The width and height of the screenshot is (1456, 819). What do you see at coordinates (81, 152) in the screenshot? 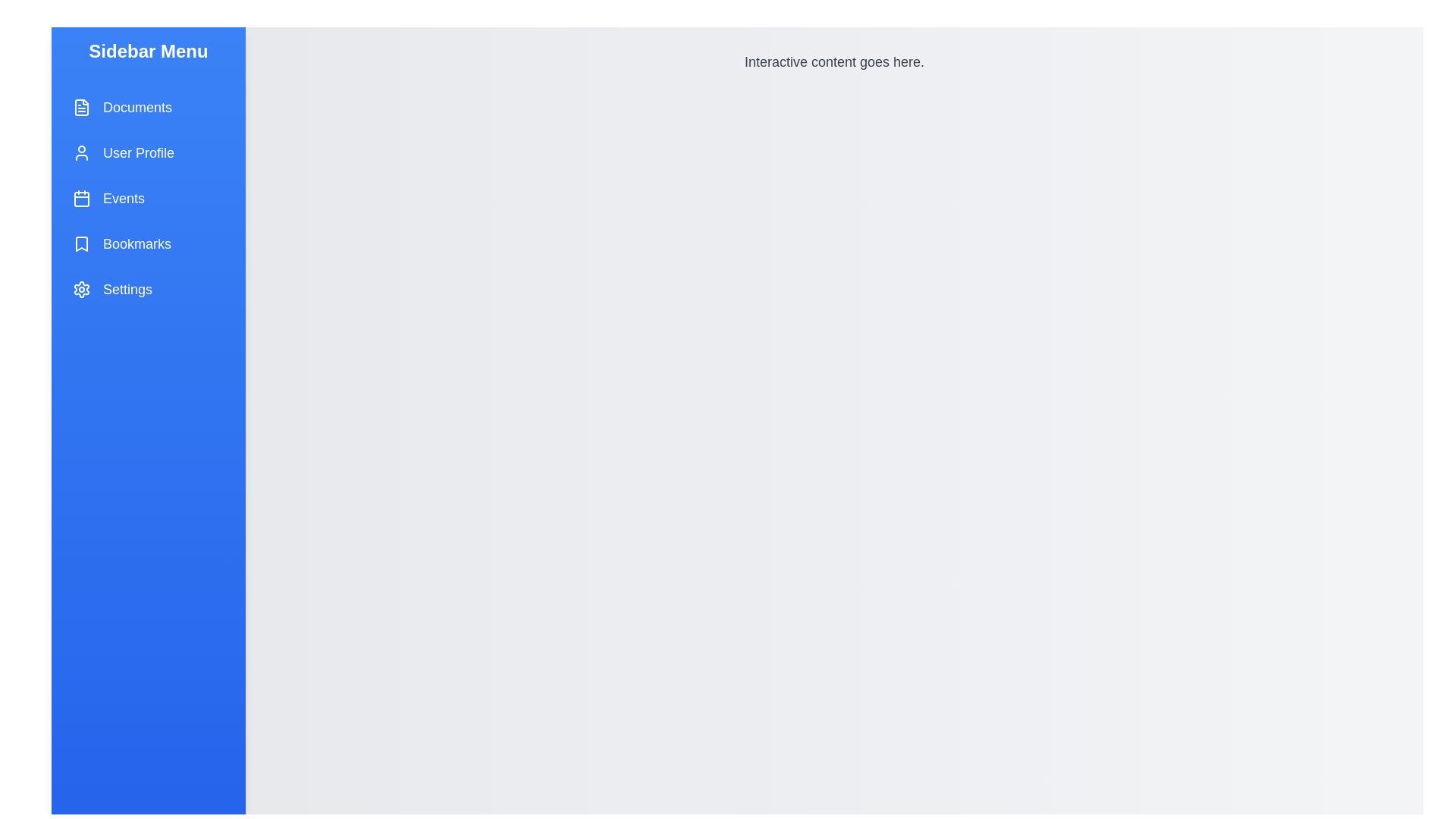
I see `the icon representing User Profile` at bounding box center [81, 152].